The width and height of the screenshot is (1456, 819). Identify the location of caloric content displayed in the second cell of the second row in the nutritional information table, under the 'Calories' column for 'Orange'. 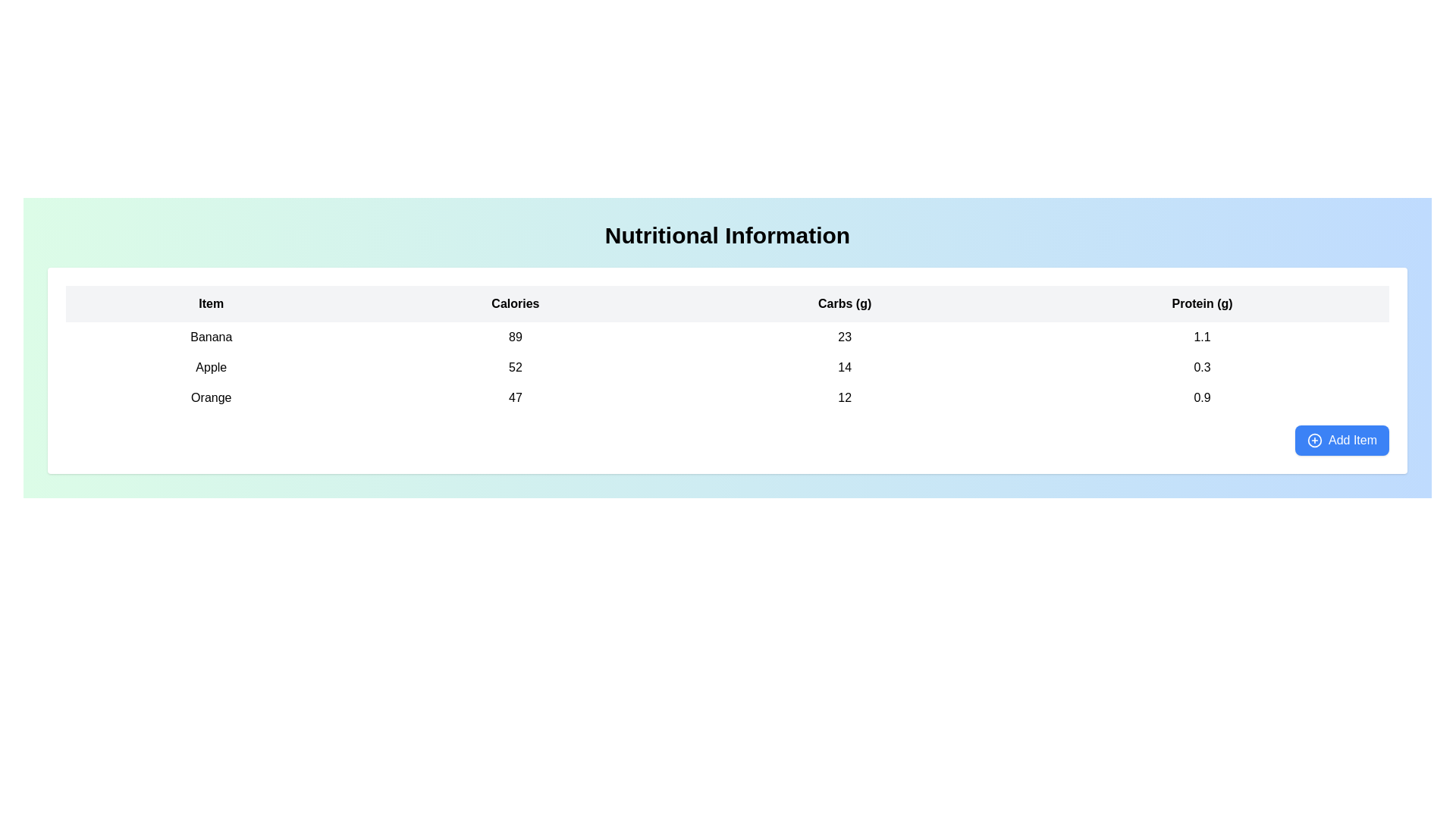
(515, 397).